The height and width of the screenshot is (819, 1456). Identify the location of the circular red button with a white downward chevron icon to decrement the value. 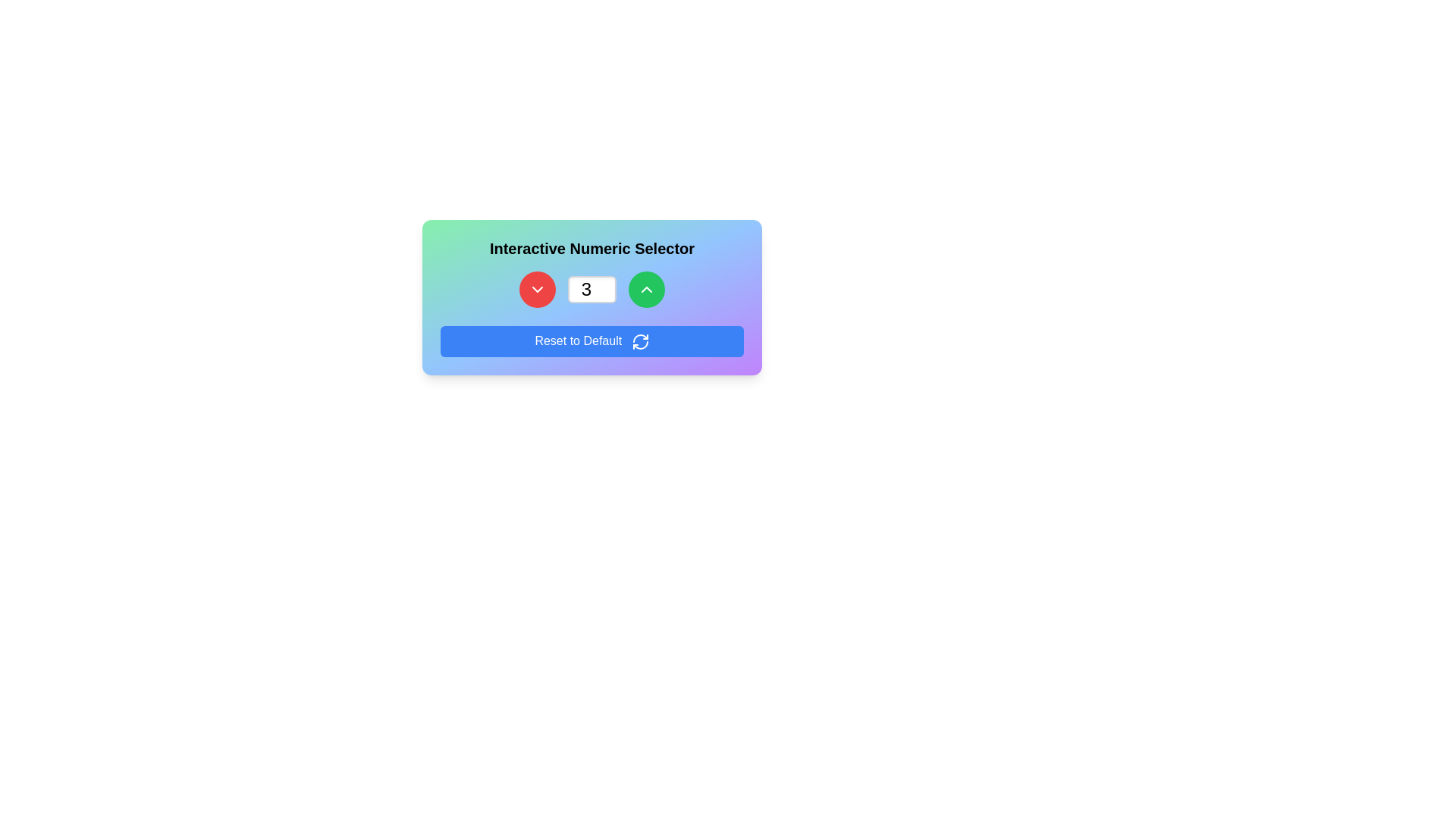
(538, 289).